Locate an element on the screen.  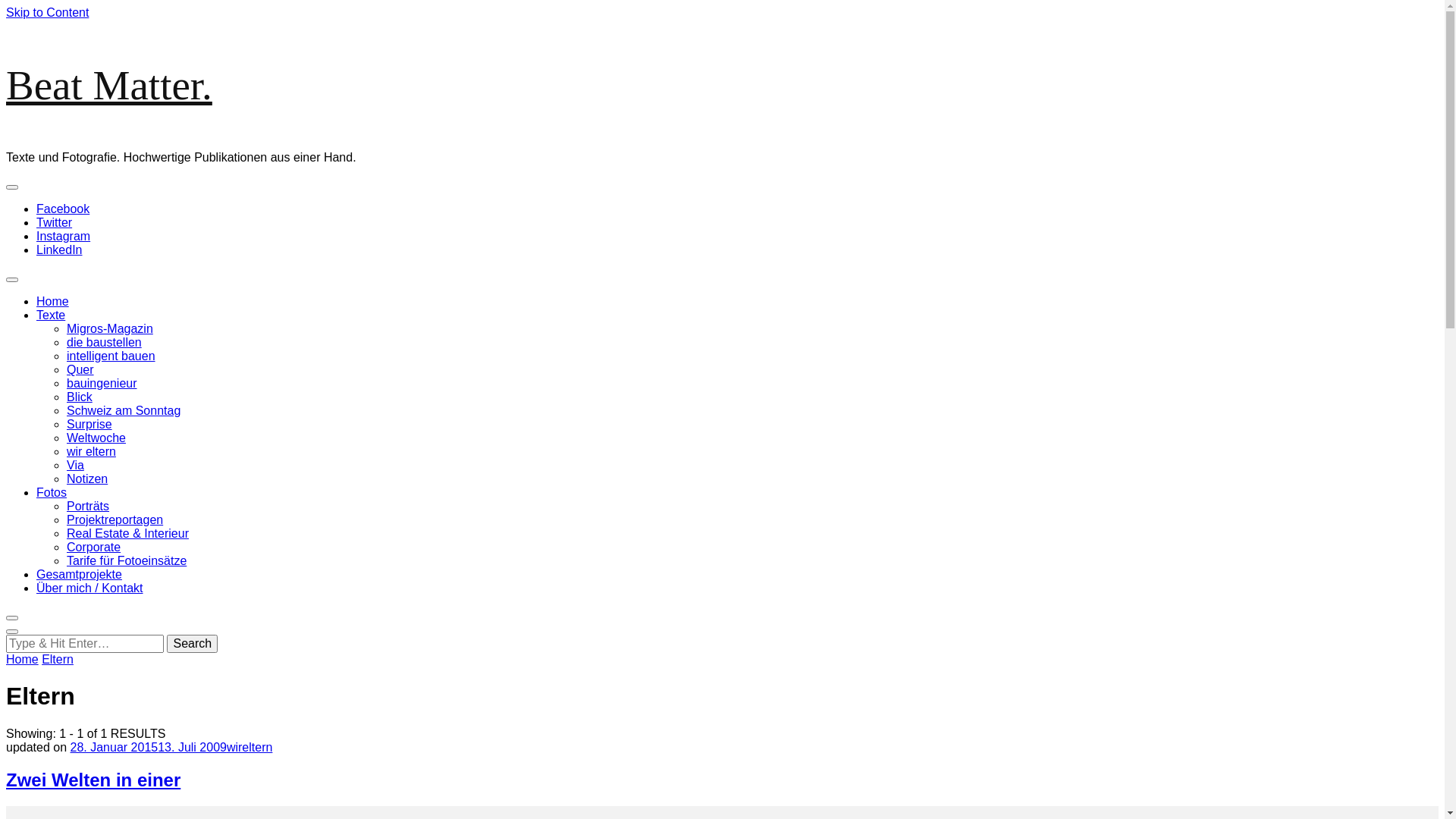
'Surprise' is located at coordinates (89, 424).